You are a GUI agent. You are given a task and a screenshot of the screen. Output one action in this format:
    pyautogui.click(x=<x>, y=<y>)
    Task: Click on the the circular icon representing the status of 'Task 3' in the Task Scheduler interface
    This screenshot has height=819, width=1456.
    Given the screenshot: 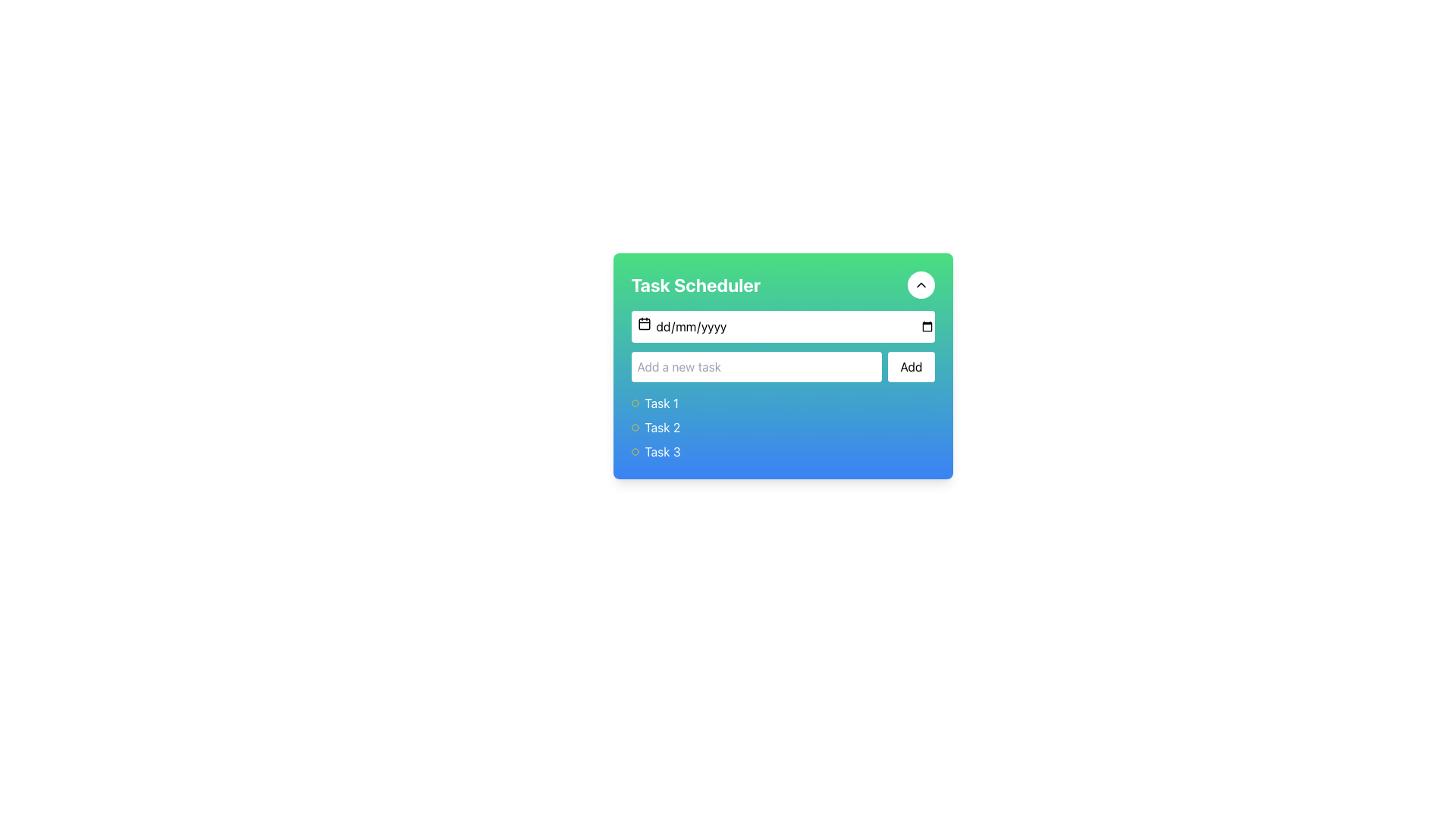 What is the action you would take?
    pyautogui.click(x=635, y=451)
    